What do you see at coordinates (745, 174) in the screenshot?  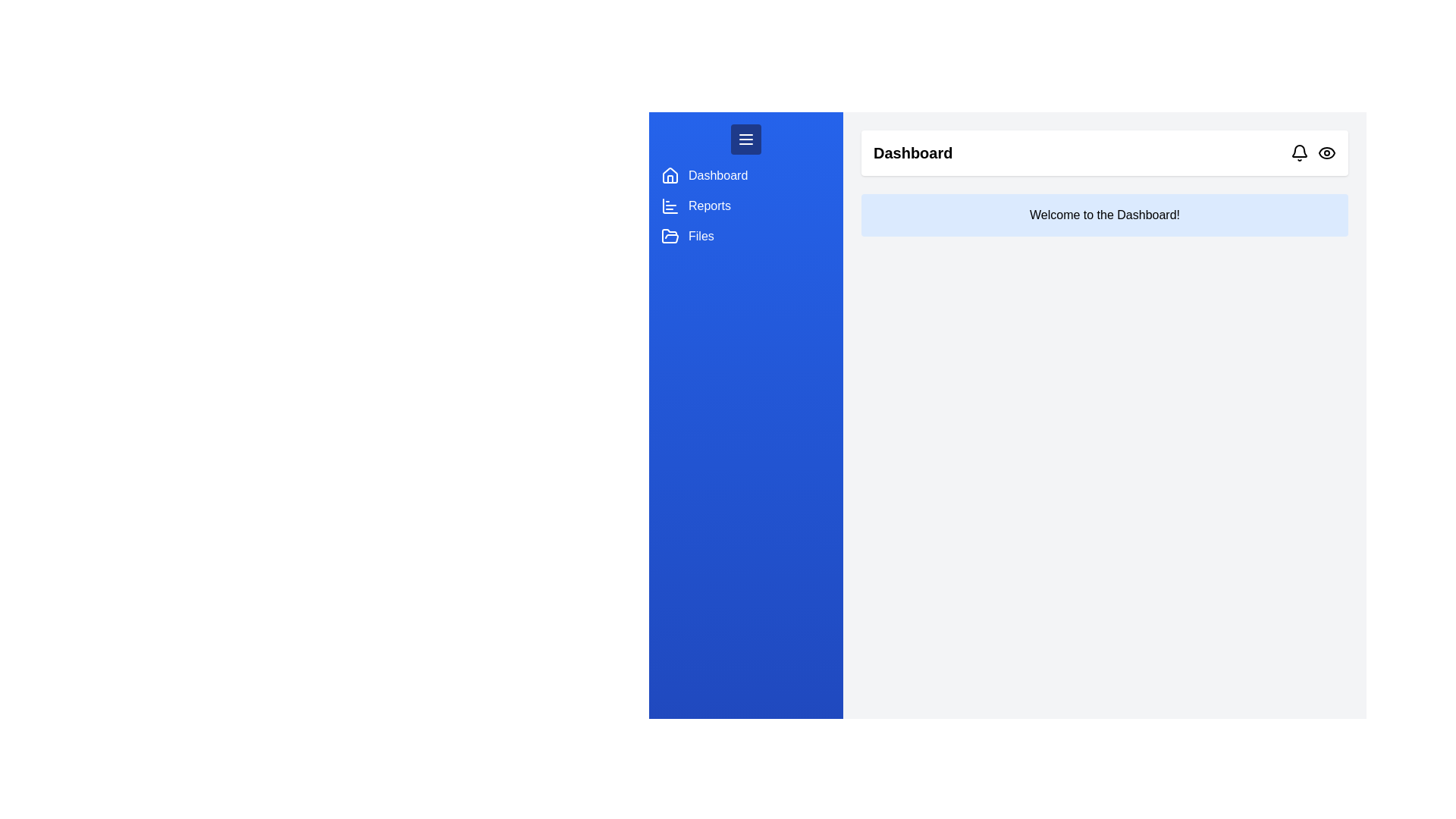 I see `the first navigation link in the left-hand panel` at bounding box center [745, 174].